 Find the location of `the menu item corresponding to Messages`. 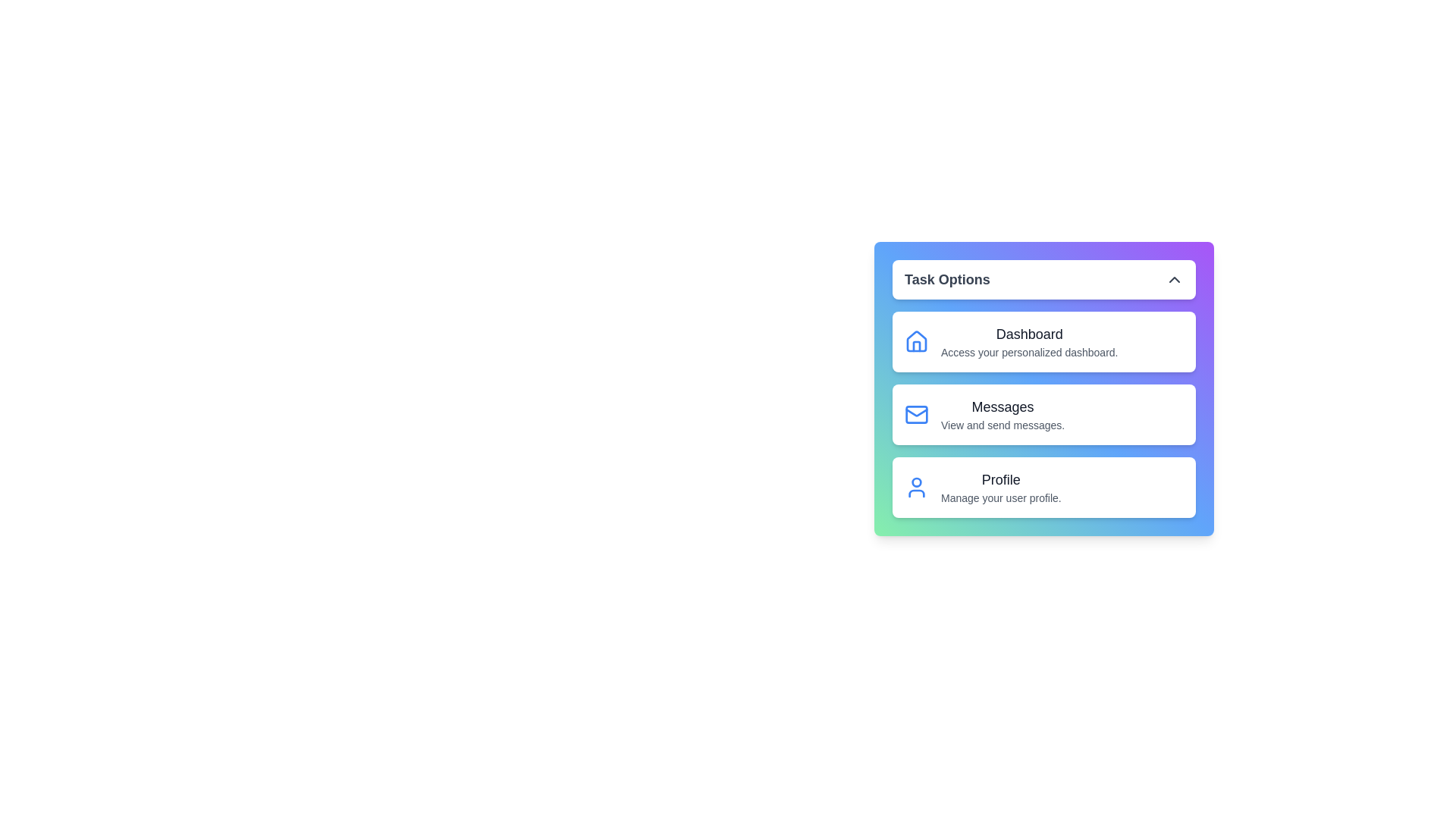

the menu item corresponding to Messages is located at coordinates (1043, 415).